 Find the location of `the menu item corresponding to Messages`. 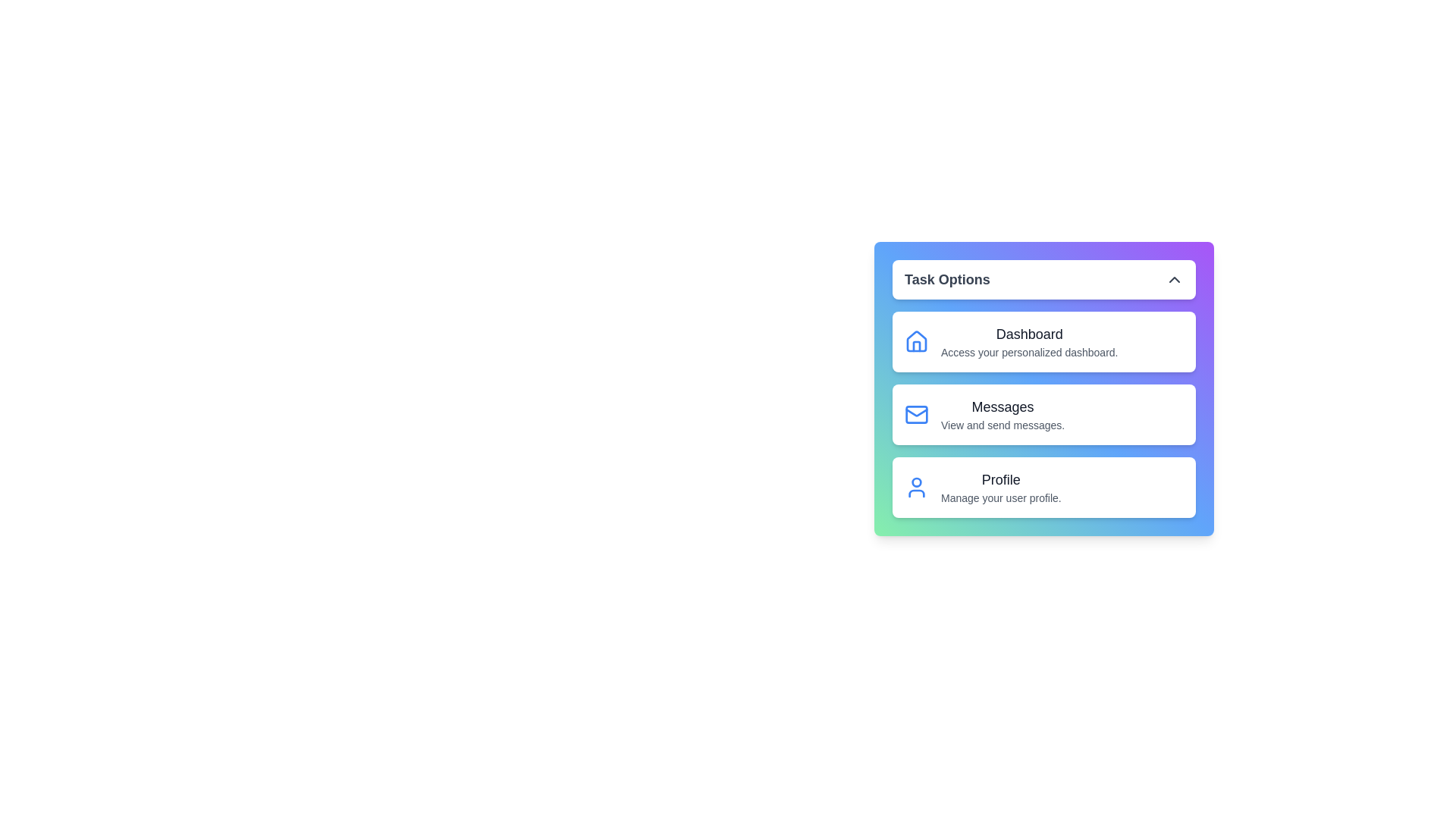

the menu item corresponding to Messages is located at coordinates (1043, 415).